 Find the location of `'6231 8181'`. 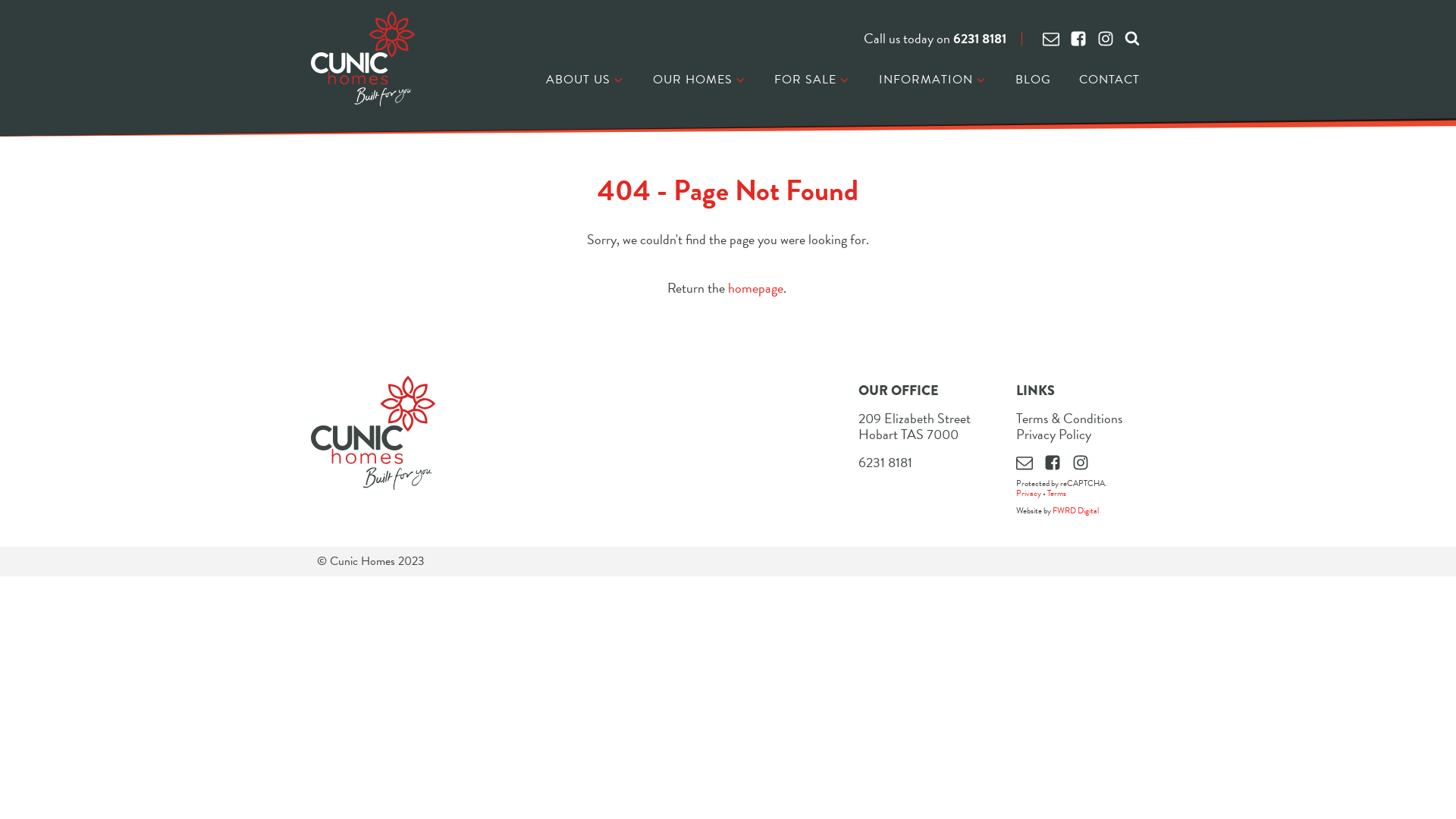

'6231 8181' is located at coordinates (979, 37).